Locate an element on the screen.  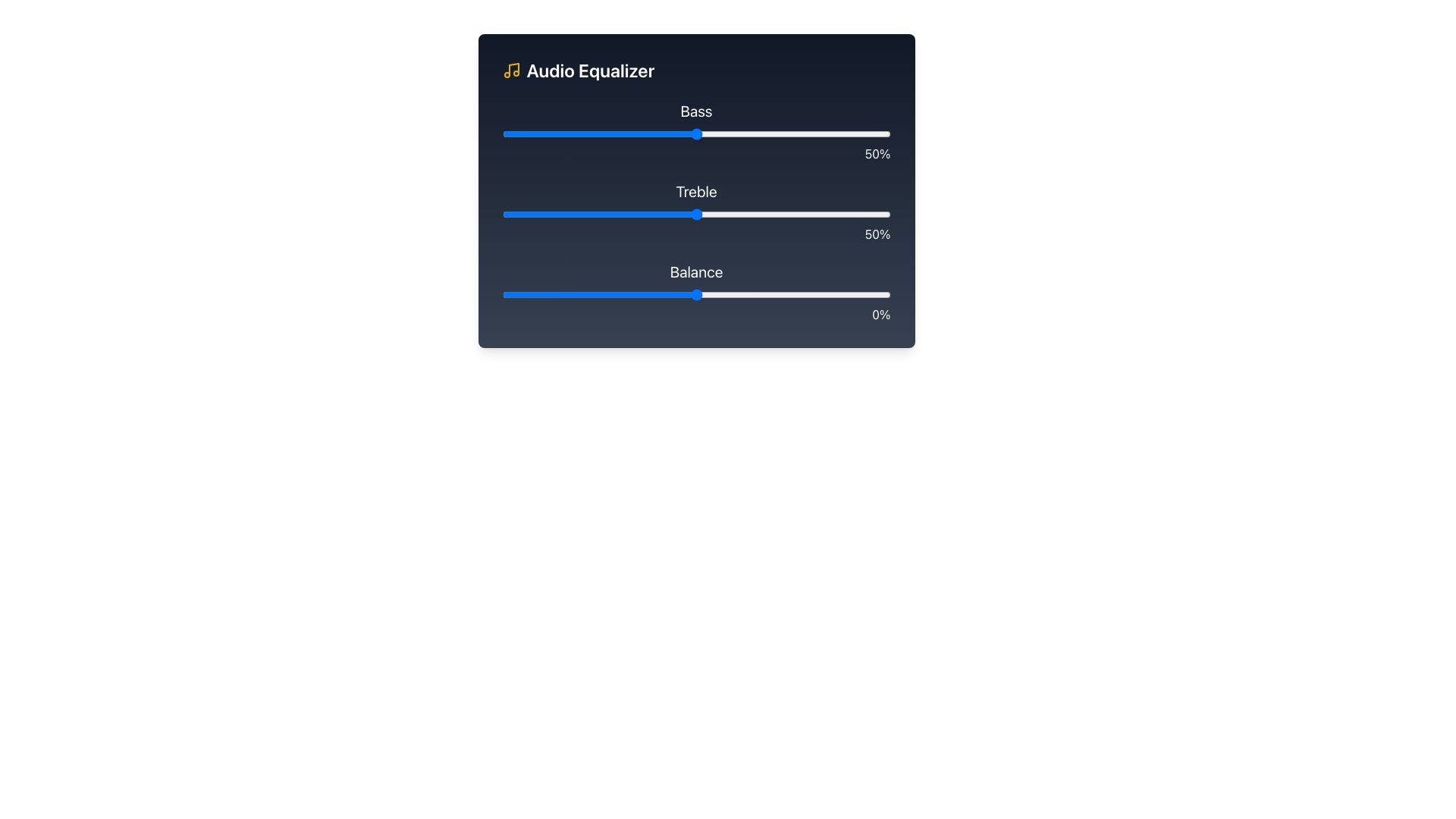
the bass level is located at coordinates (711, 133).